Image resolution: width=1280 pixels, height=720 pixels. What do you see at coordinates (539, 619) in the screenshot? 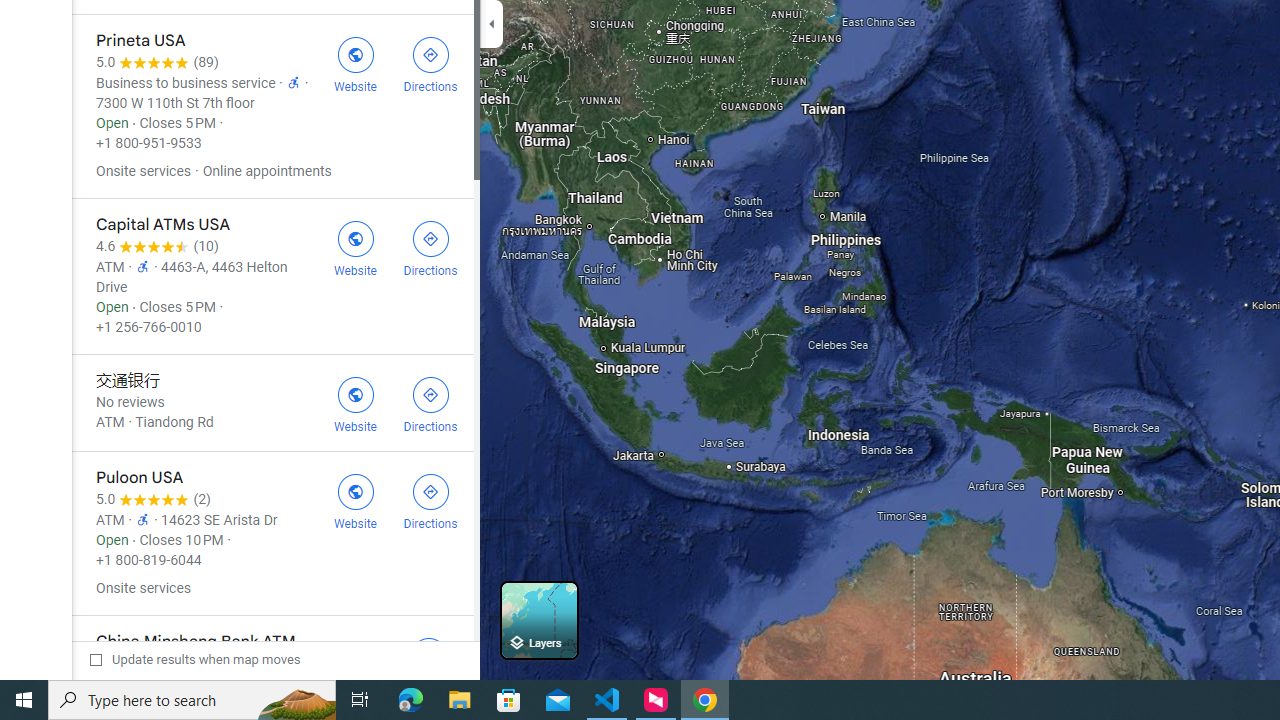
I see `'Layers'` at bounding box center [539, 619].